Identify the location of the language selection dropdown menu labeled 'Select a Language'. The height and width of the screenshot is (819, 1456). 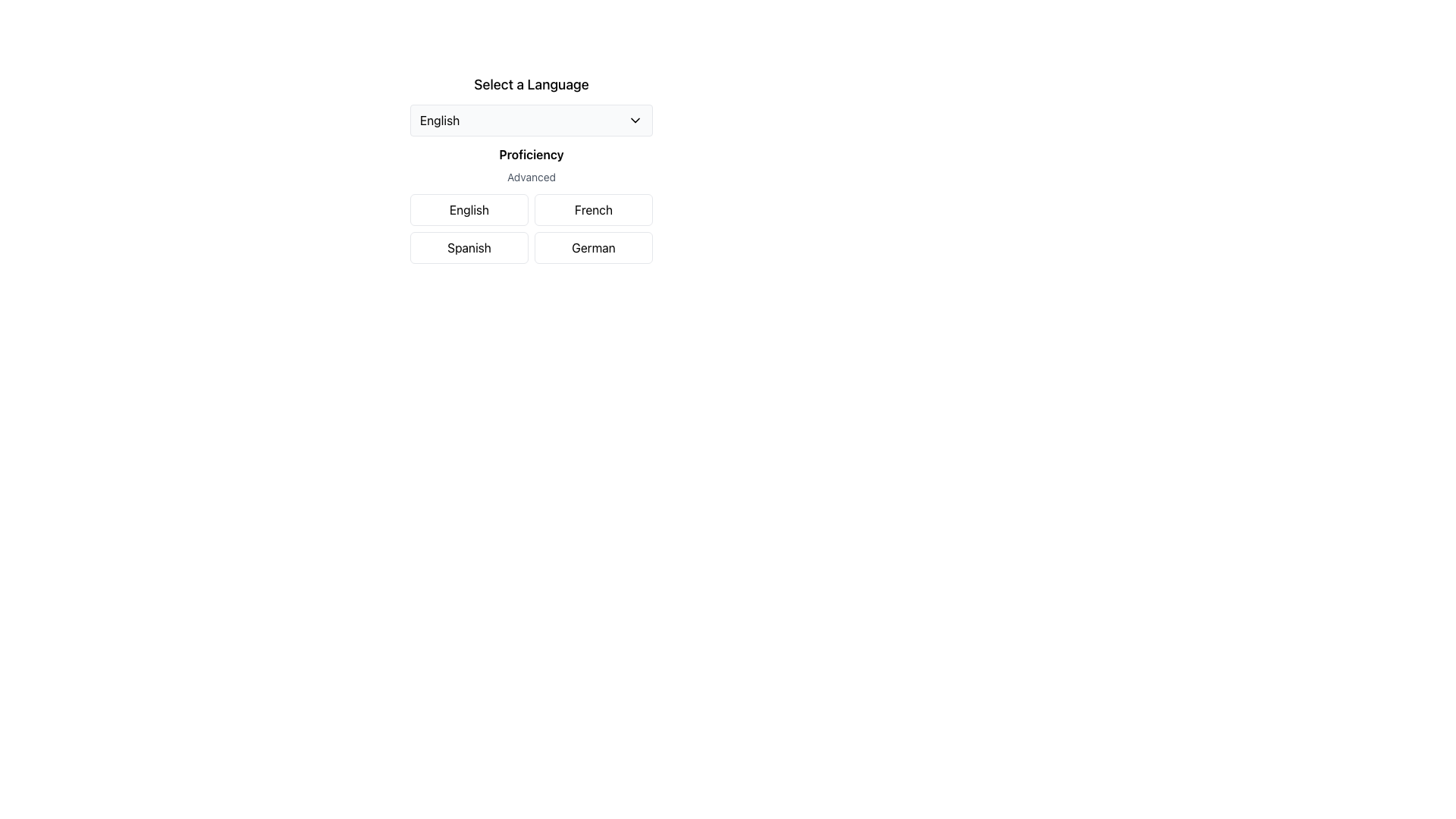
(531, 119).